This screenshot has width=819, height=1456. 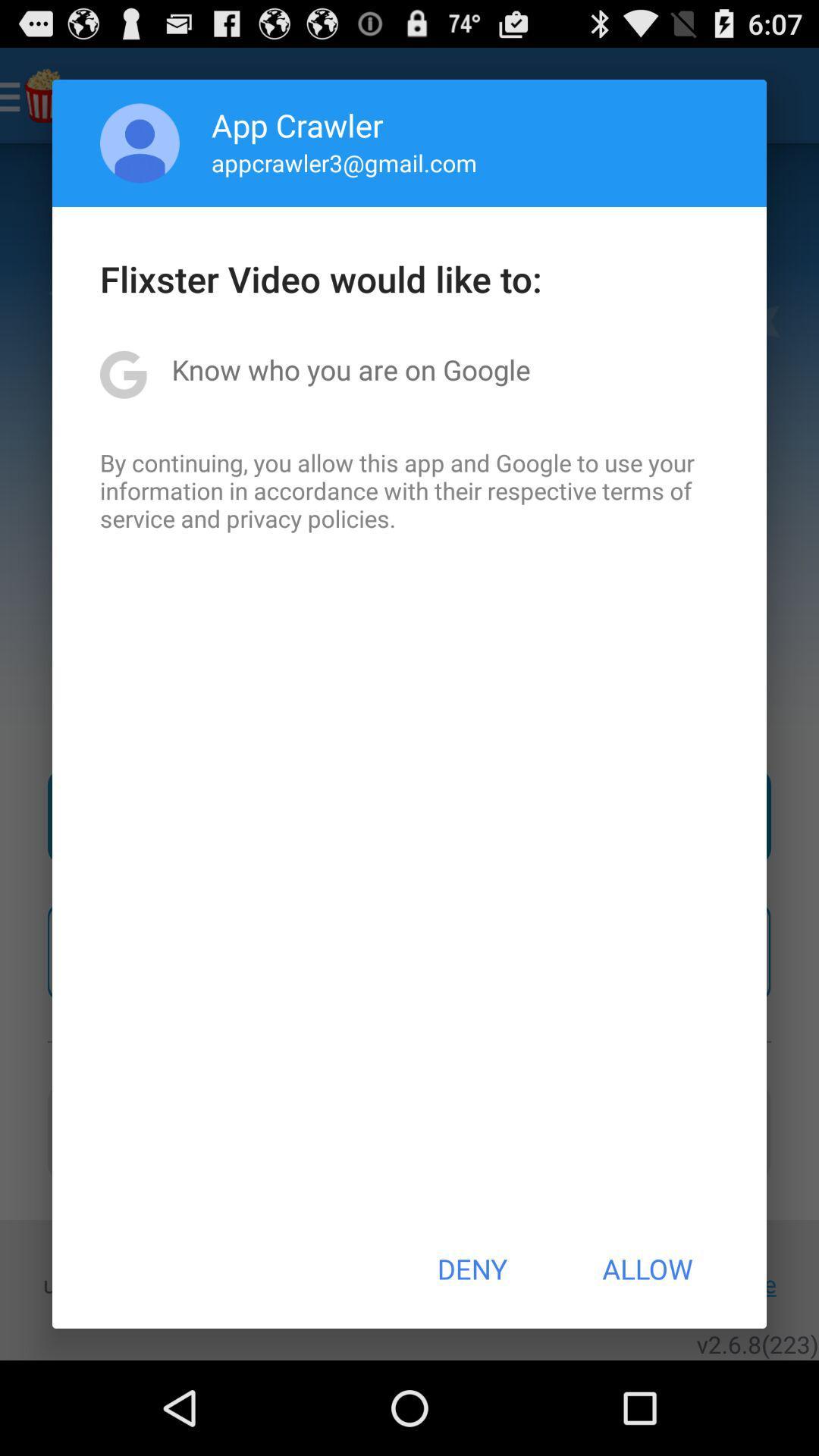 I want to click on the deny item, so click(x=471, y=1269).